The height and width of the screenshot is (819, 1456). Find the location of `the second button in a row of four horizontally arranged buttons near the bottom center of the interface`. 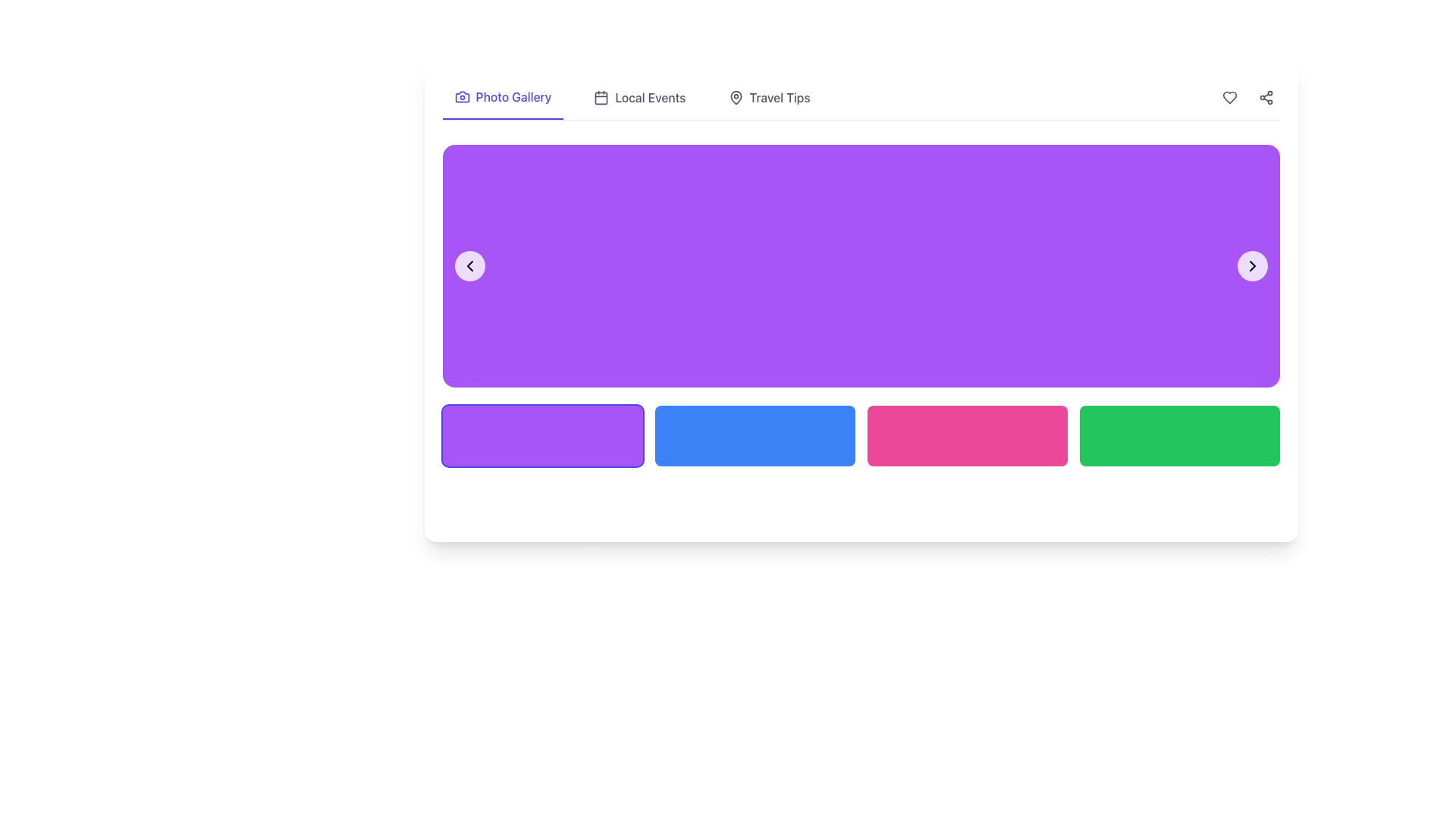

the second button in a row of four horizontally arranged buttons near the bottom center of the interface is located at coordinates (755, 435).